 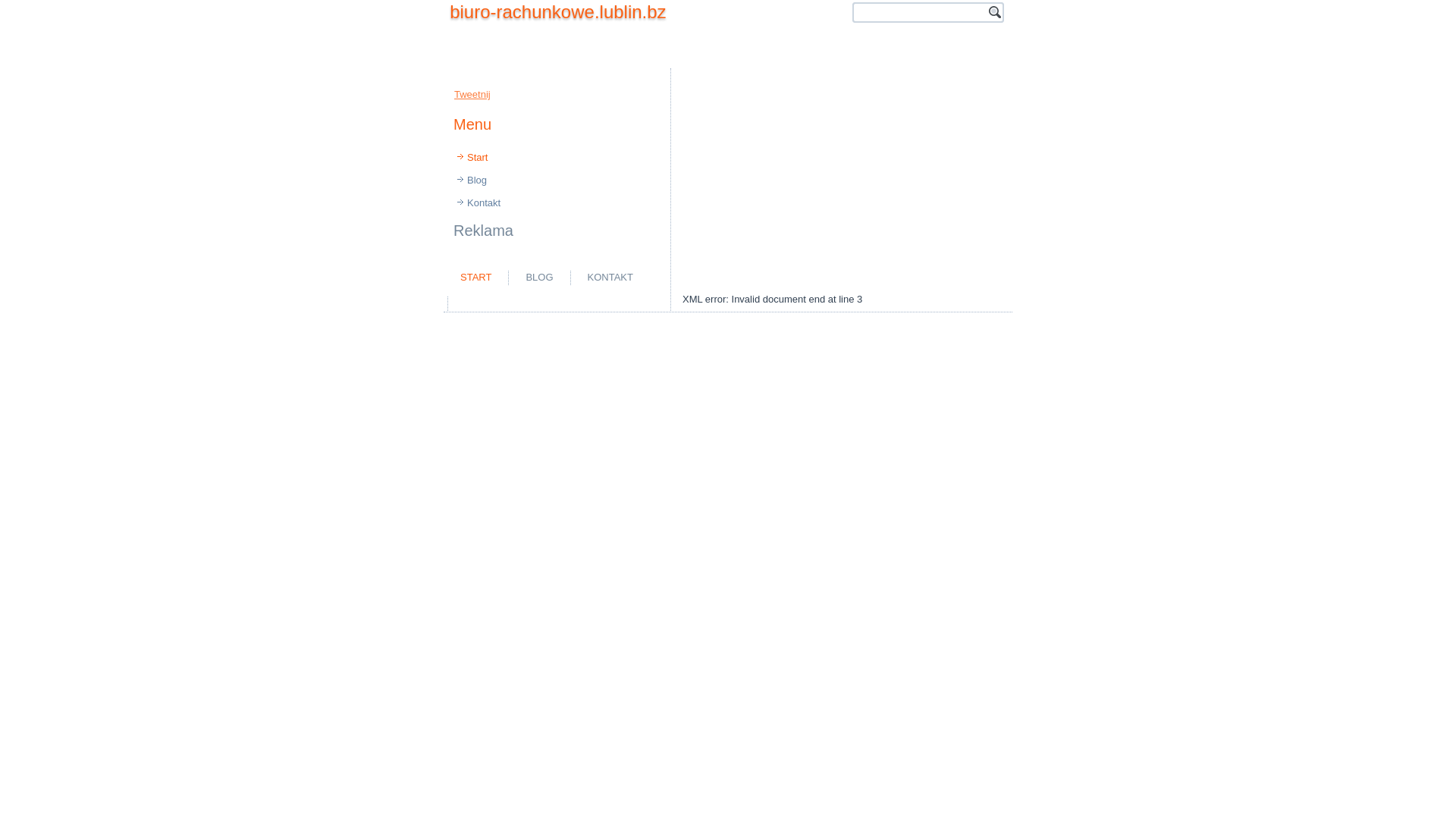 What do you see at coordinates (840, 180) in the screenshot?
I see `'Advertisement'` at bounding box center [840, 180].